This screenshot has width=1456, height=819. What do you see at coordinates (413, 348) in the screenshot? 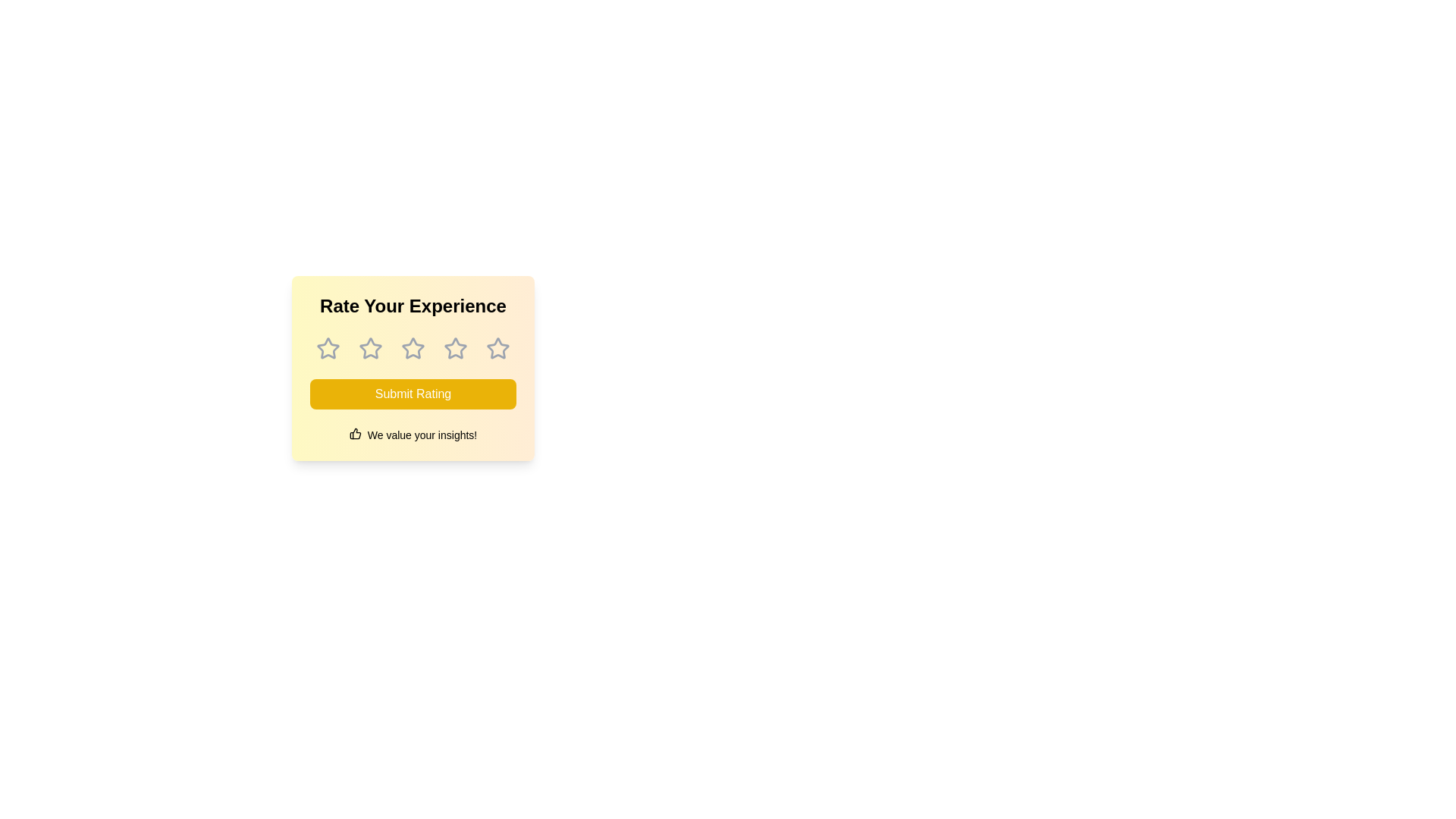
I see `the third star in the 5-star rating system` at bounding box center [413, 348].